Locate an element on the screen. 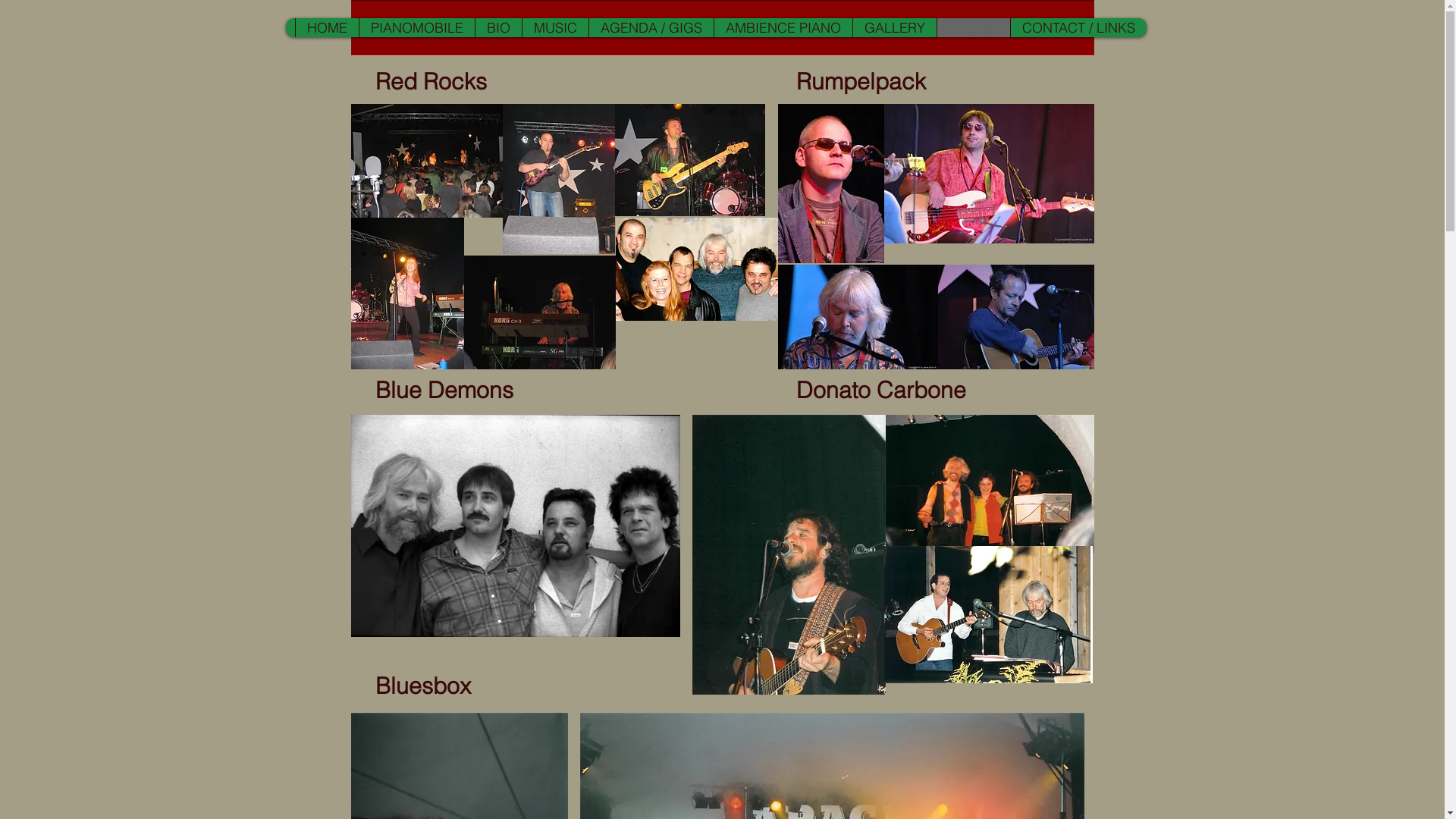  'BIO' is located at coordinates (498, 27).